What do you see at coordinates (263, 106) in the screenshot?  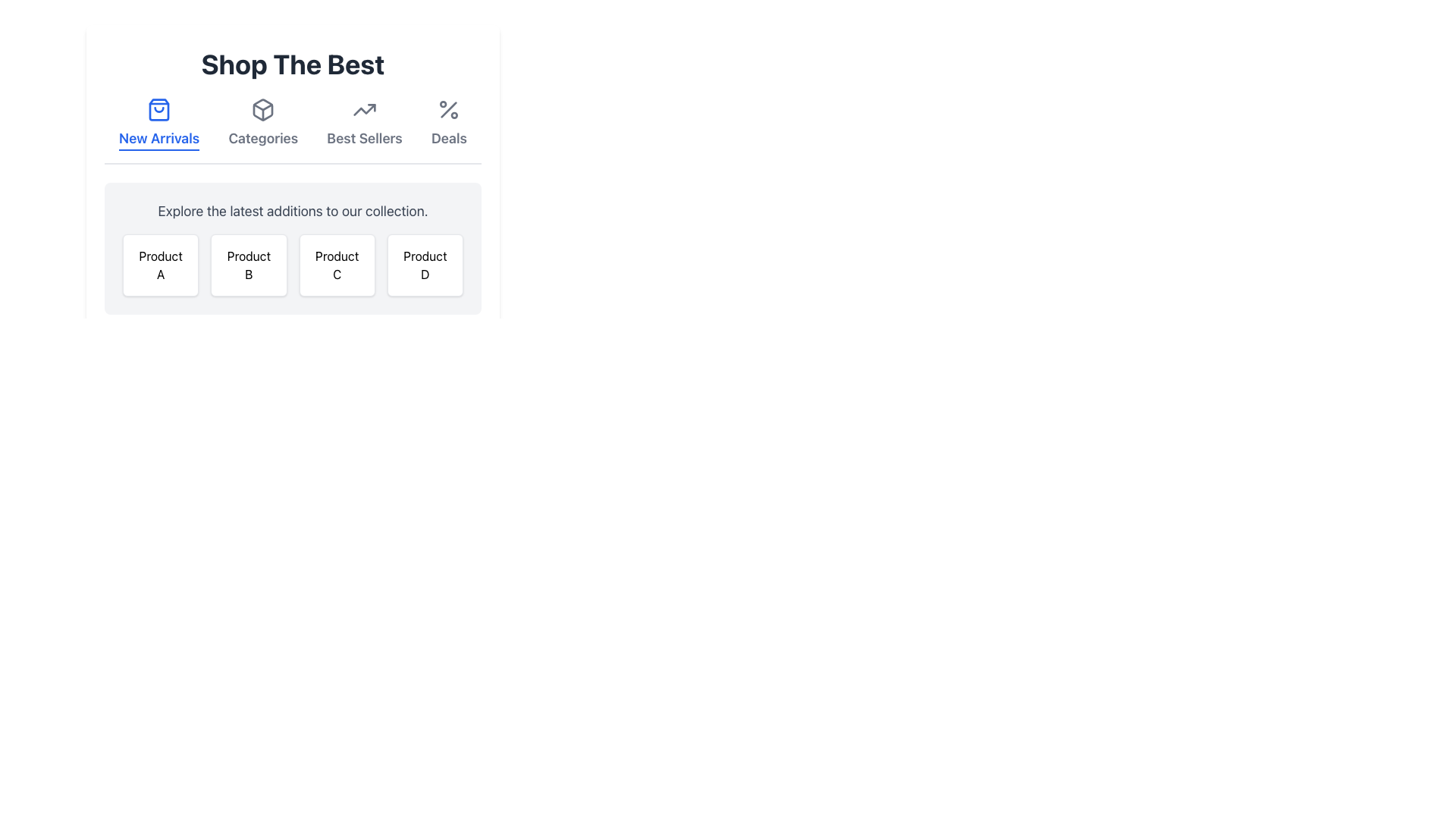 I see `the box icon located in the navigation area under the 'Categories' label, which is the second icon in a row of four icons in the header menu` at bounding box center [263, 106].